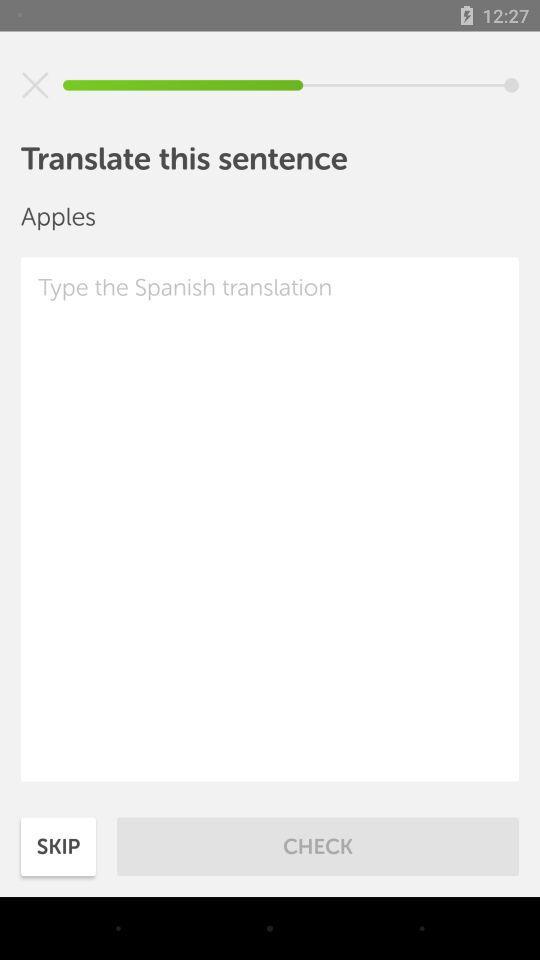 The height and width of the screenshot is (960, 540). Describe the element at coordinates (35, 85) in the screenshot. I see `hit the x` at that location.